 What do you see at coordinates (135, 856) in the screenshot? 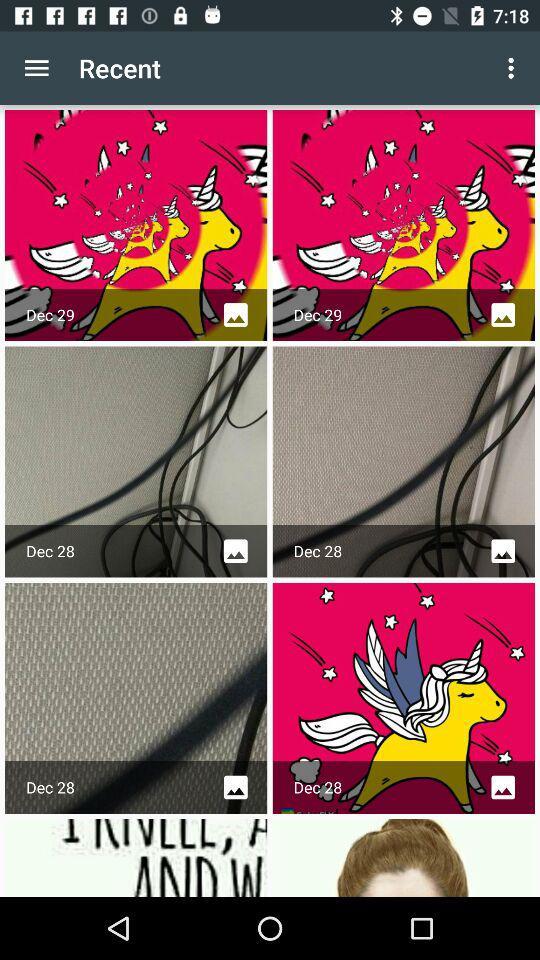
I see `first image in the fourth row` at bounding box center [135, 856].